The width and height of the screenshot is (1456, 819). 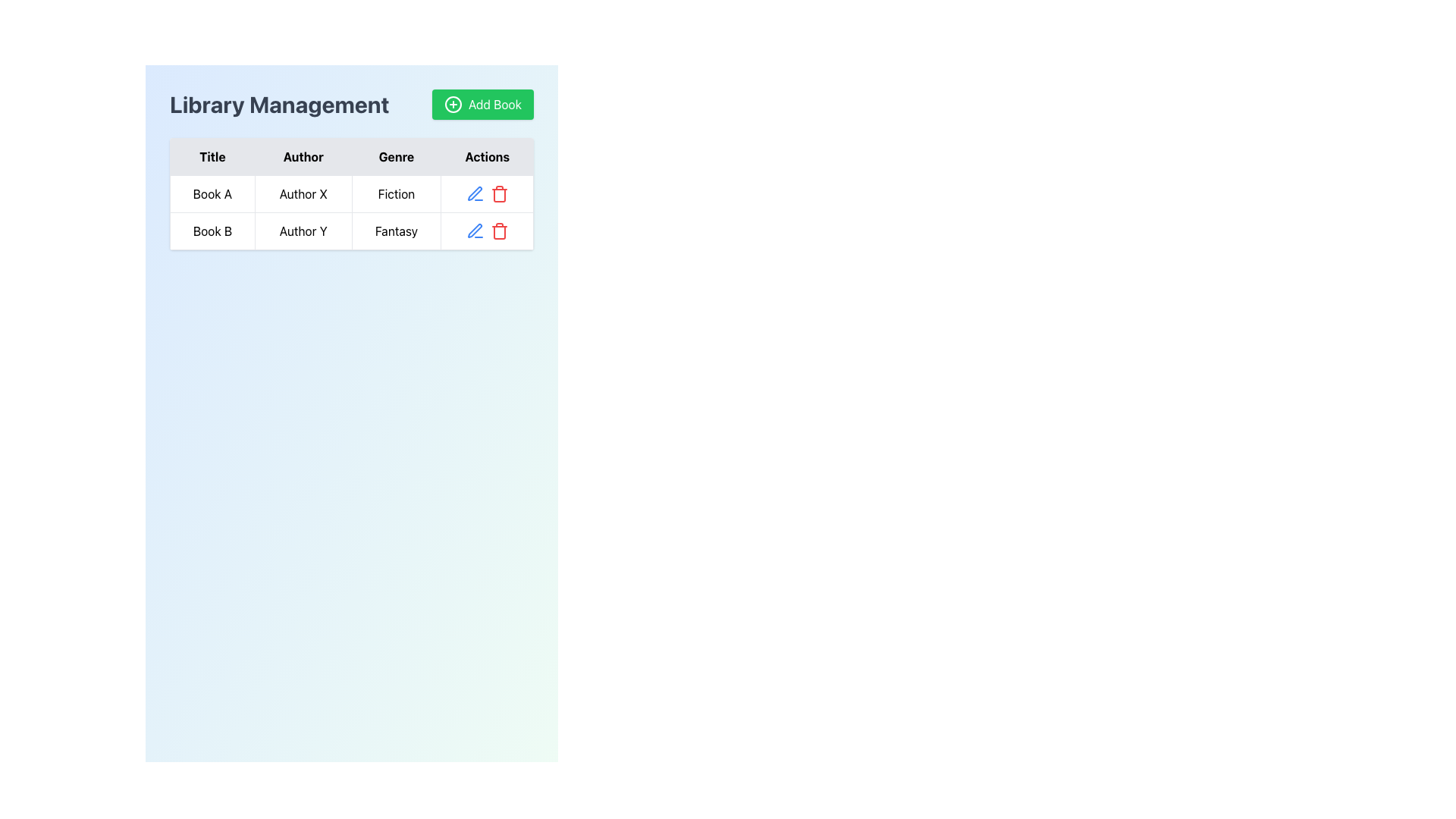 I want to click on the 'Author' Text Header, which is the second cell in a row of column headers, displaying the text in bold on a light gray background, so click(x=303, y=157).